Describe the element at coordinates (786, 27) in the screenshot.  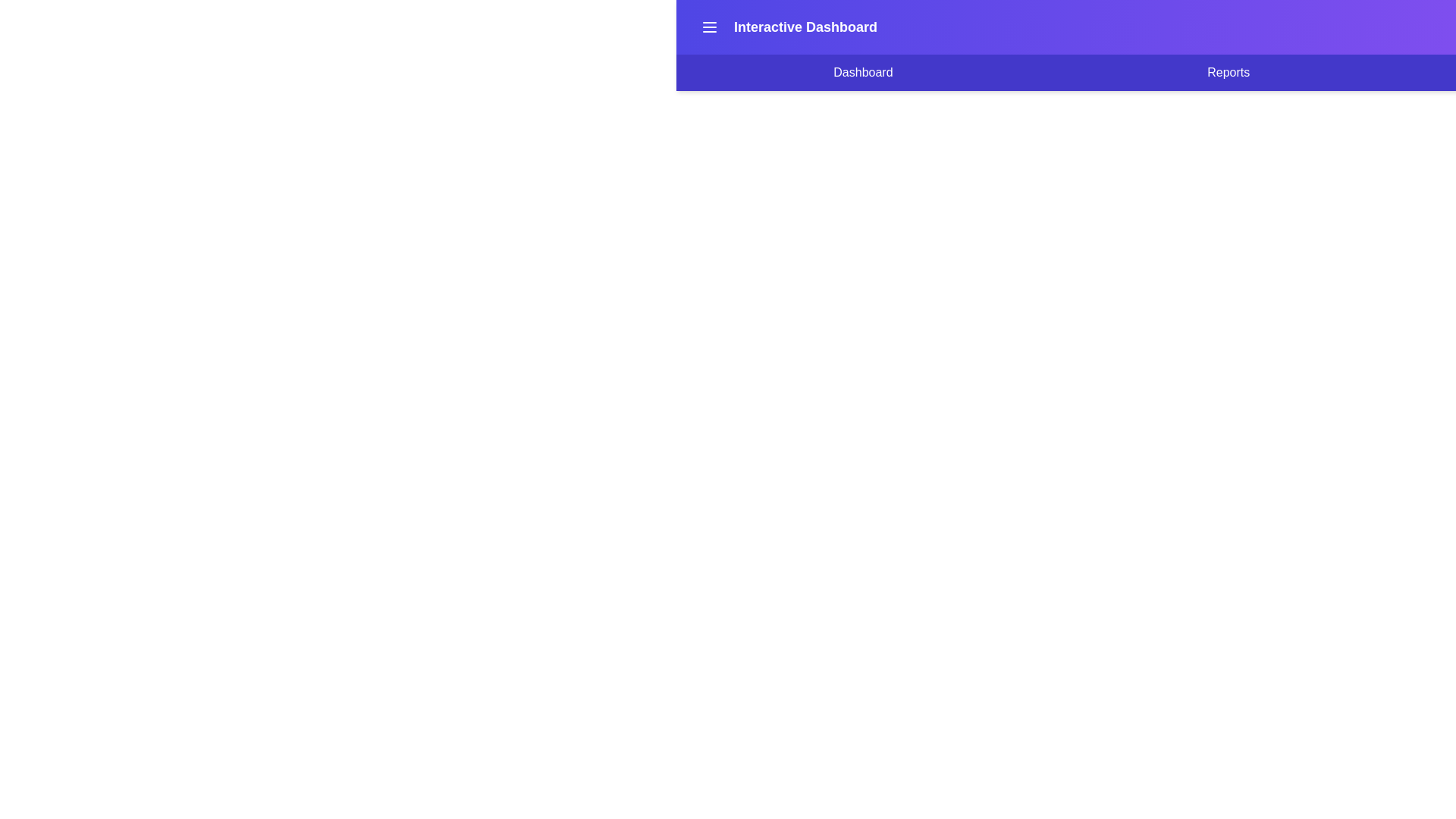
I see `the 'Interactive Dashboard' text label located in the top bar of the interface if it is interactive` at that location.